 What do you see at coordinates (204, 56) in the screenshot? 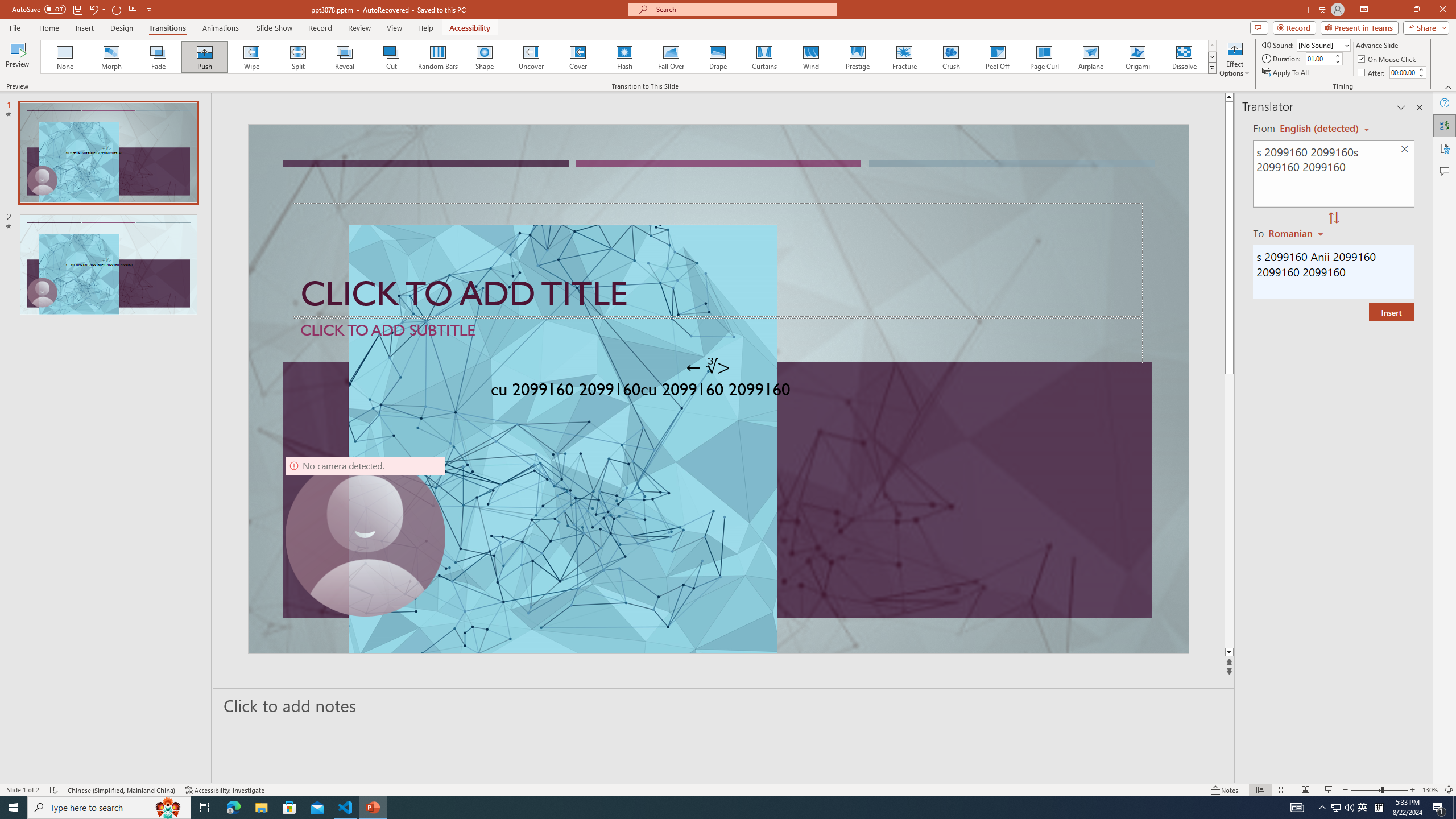
I see `'Push'` at bounding box center [204, 56].